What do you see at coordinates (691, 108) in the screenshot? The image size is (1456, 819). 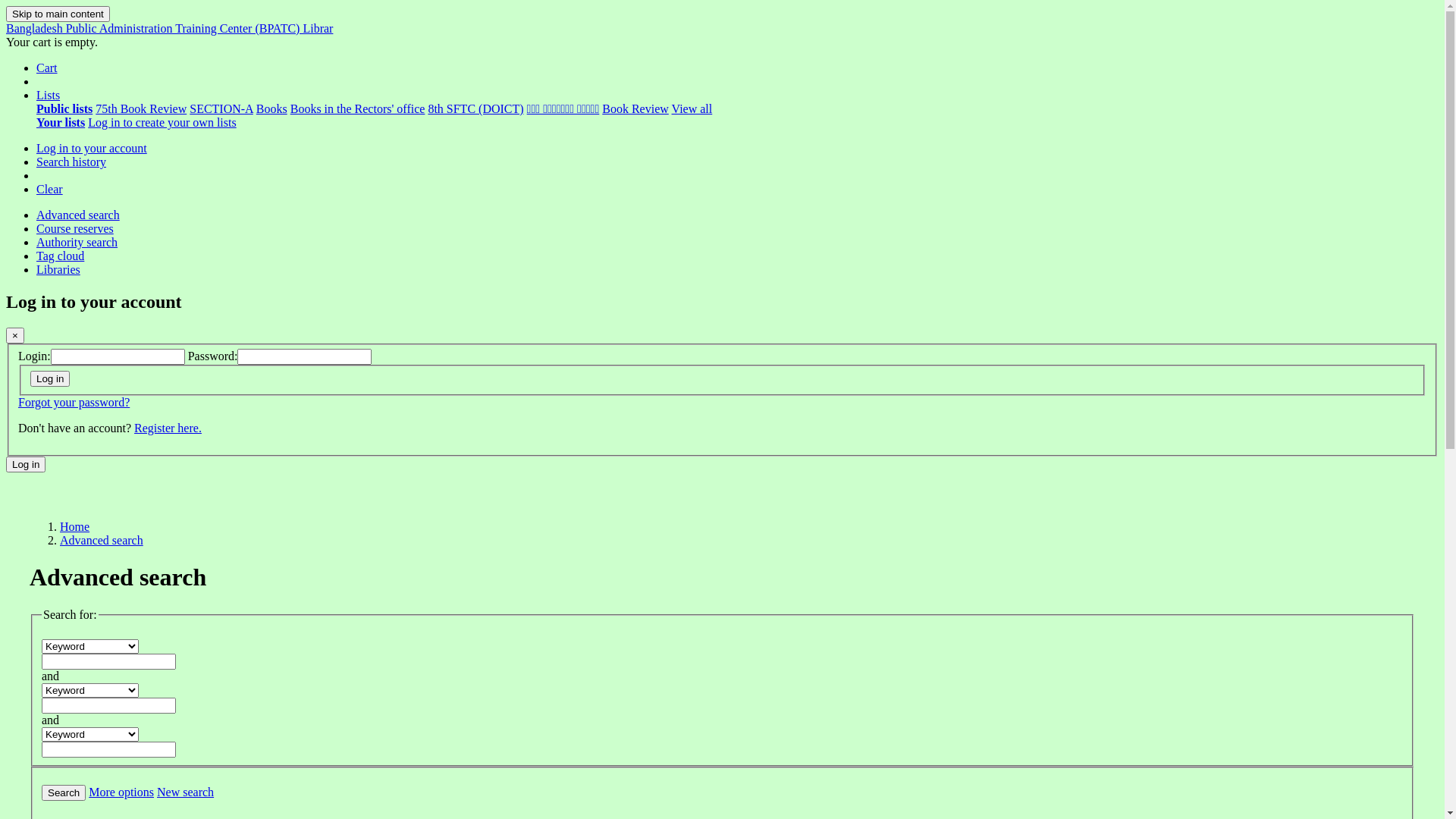 I see `'View all'` at bounding box center [691, 108].